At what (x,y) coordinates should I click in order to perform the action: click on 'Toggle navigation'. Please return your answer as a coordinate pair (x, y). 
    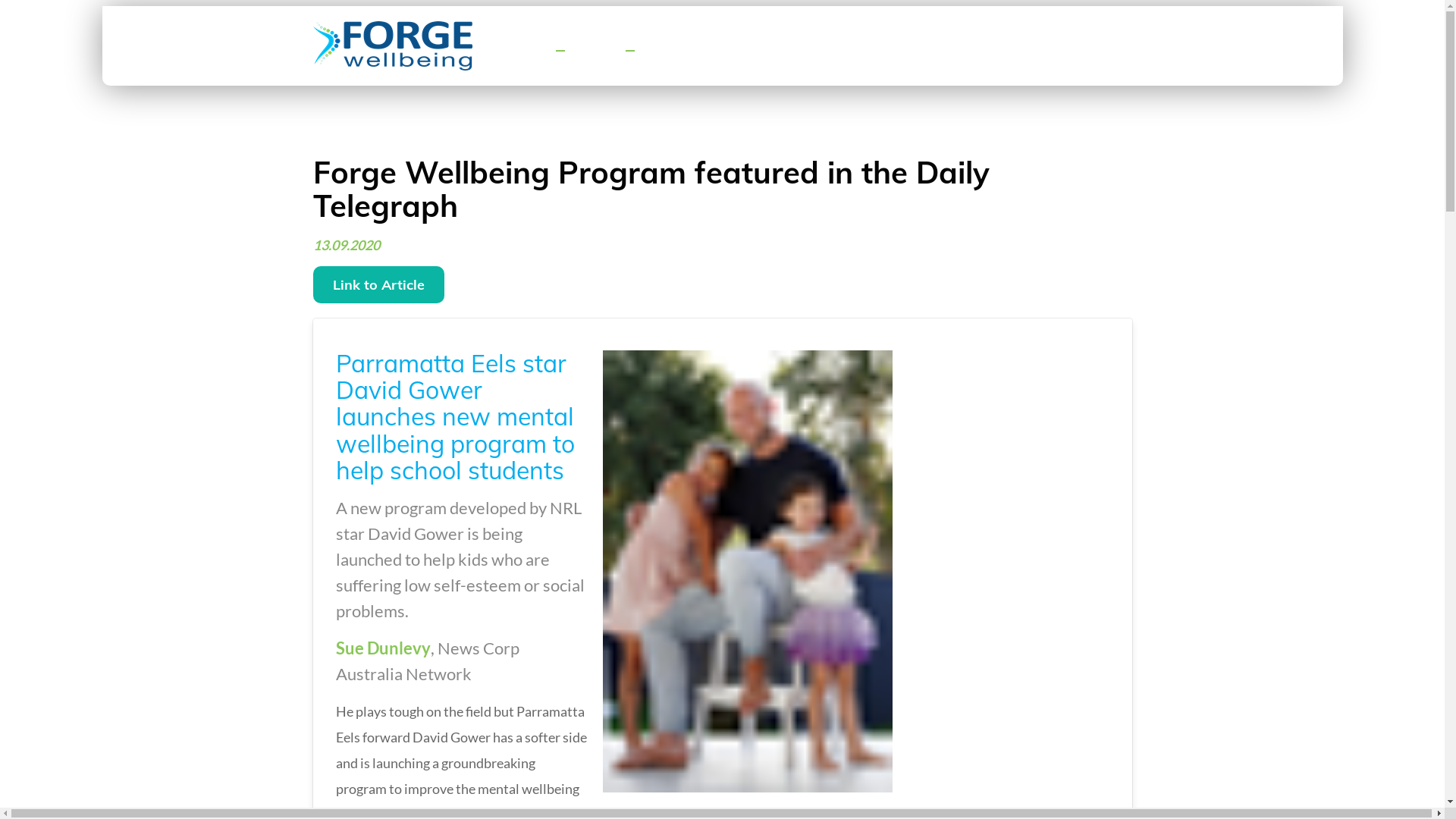
    Looking at the image, I should click on (559, 49).